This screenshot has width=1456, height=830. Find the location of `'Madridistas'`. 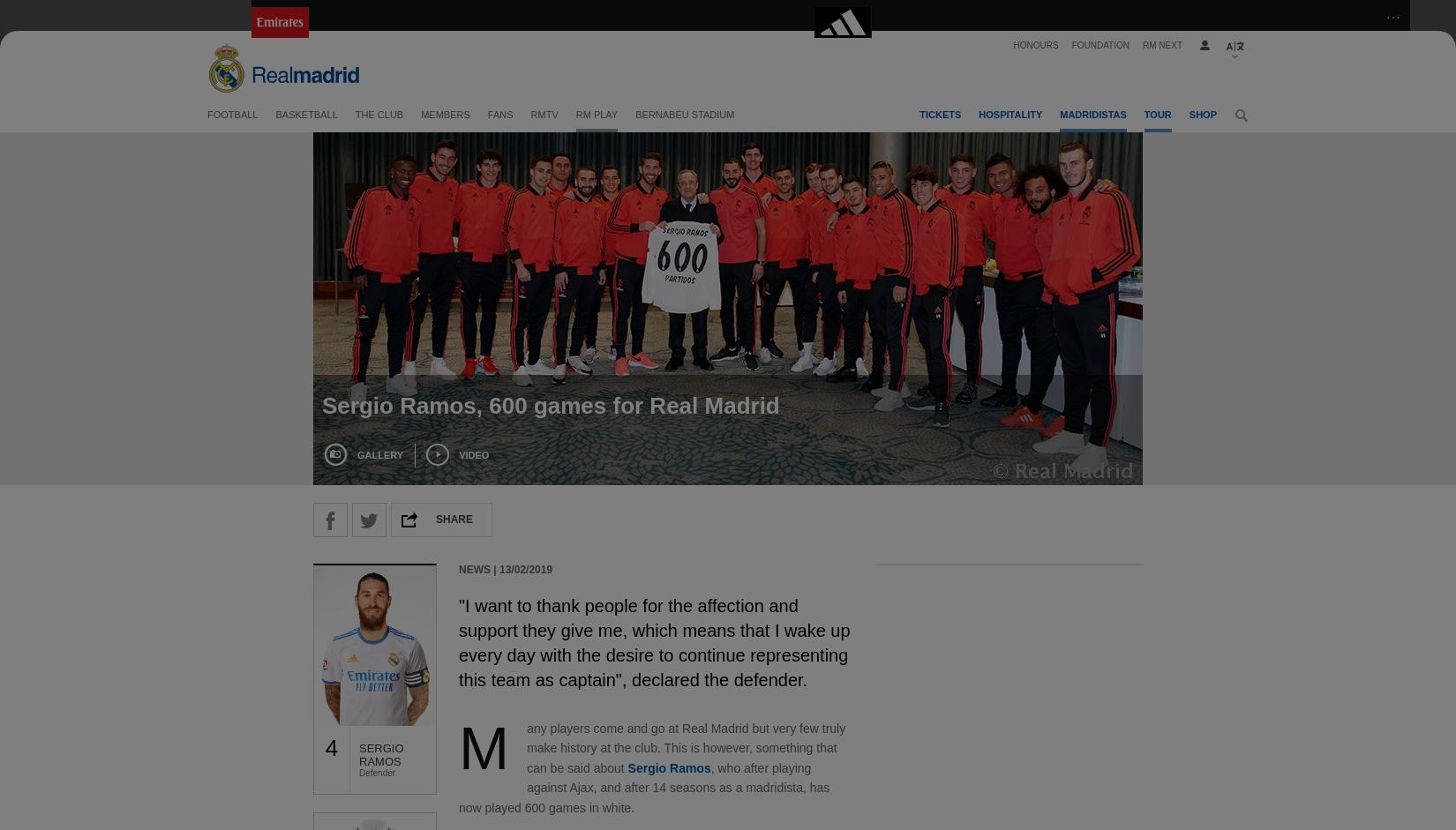

'Madridistas' is located at coordinates (1092, 114).